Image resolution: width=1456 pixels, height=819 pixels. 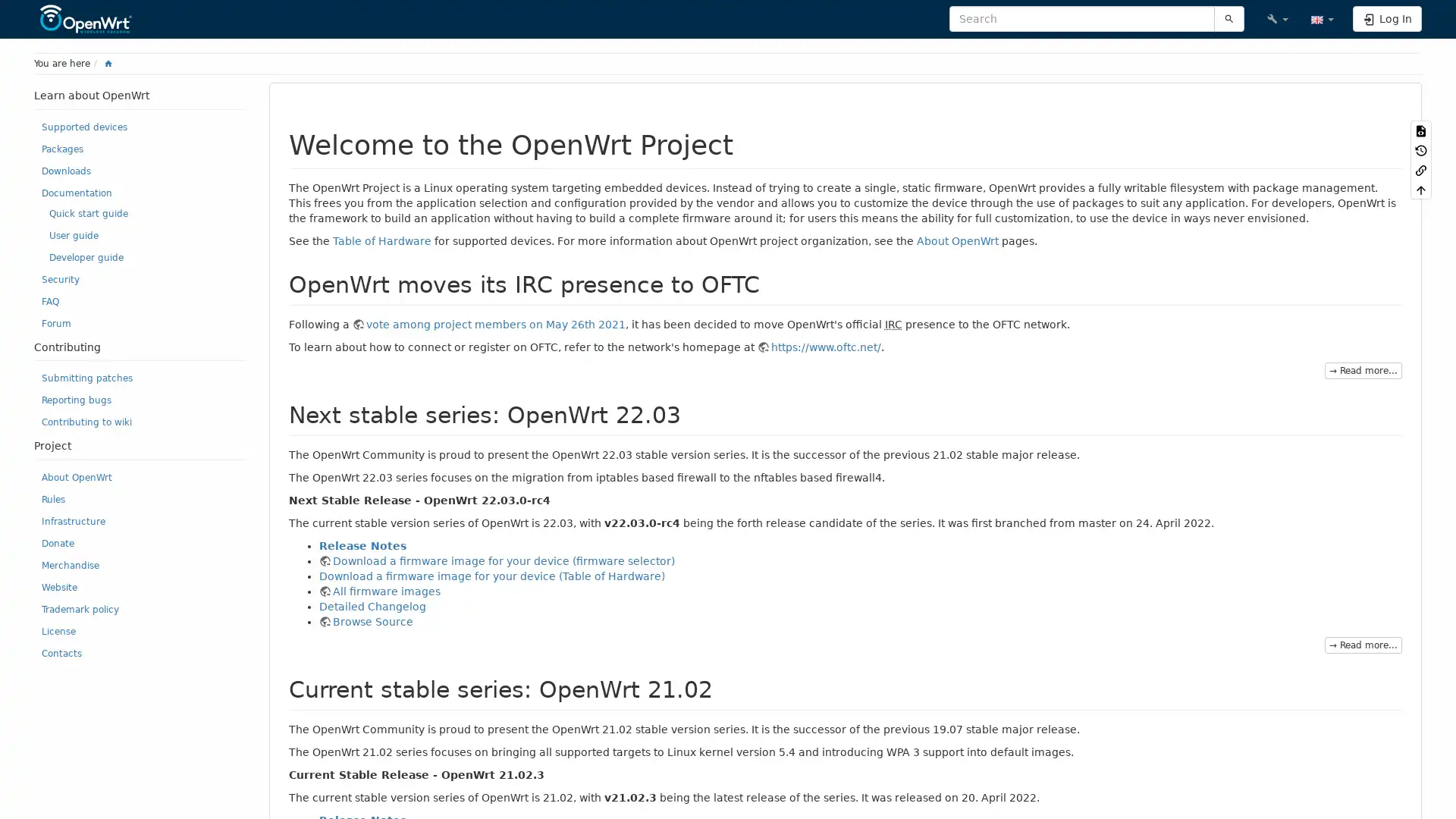 I want to click on Search, so click(x=1228, y=18).